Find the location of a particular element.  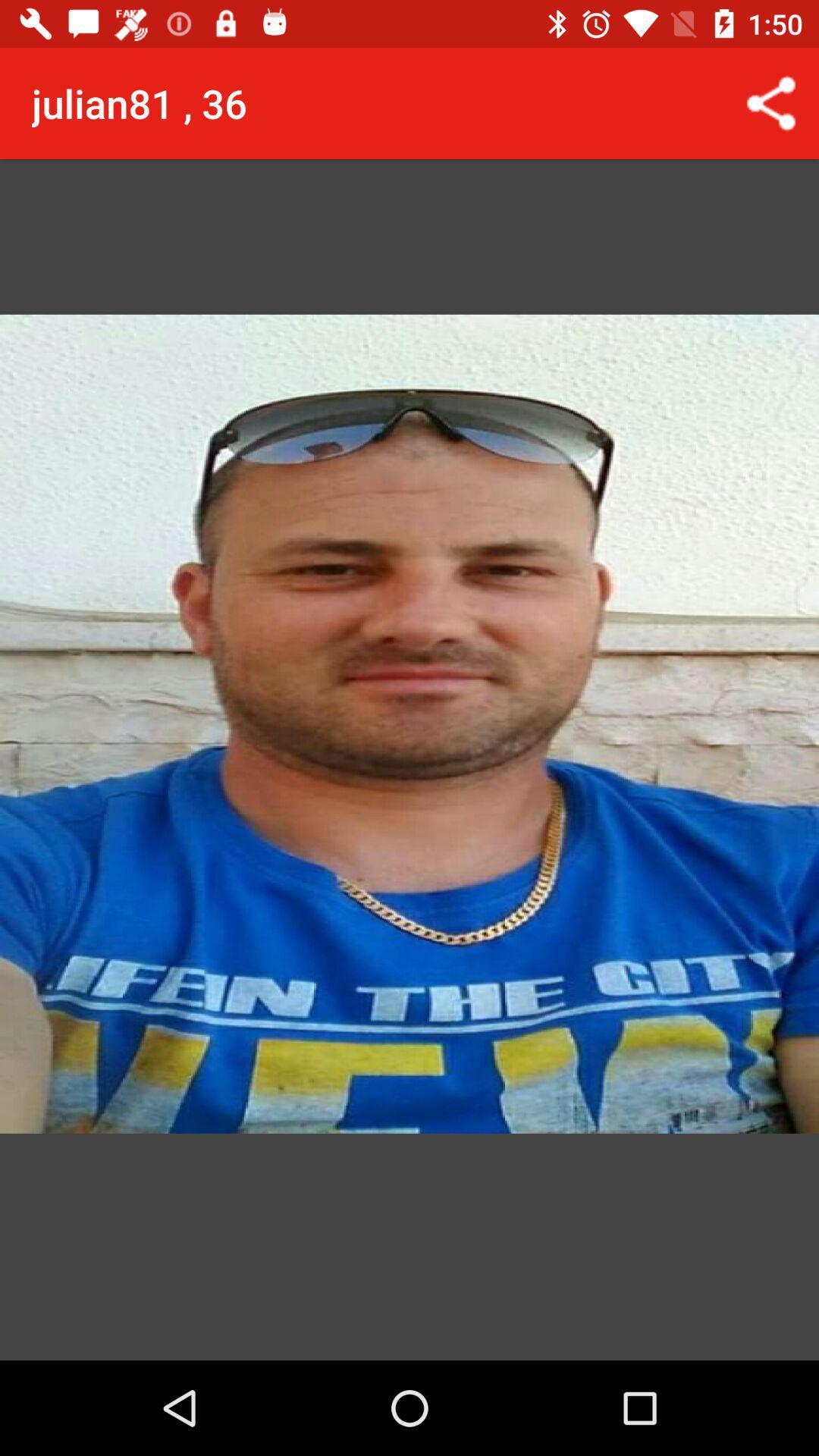

the icon at the center is located at coordinates (409, 703).